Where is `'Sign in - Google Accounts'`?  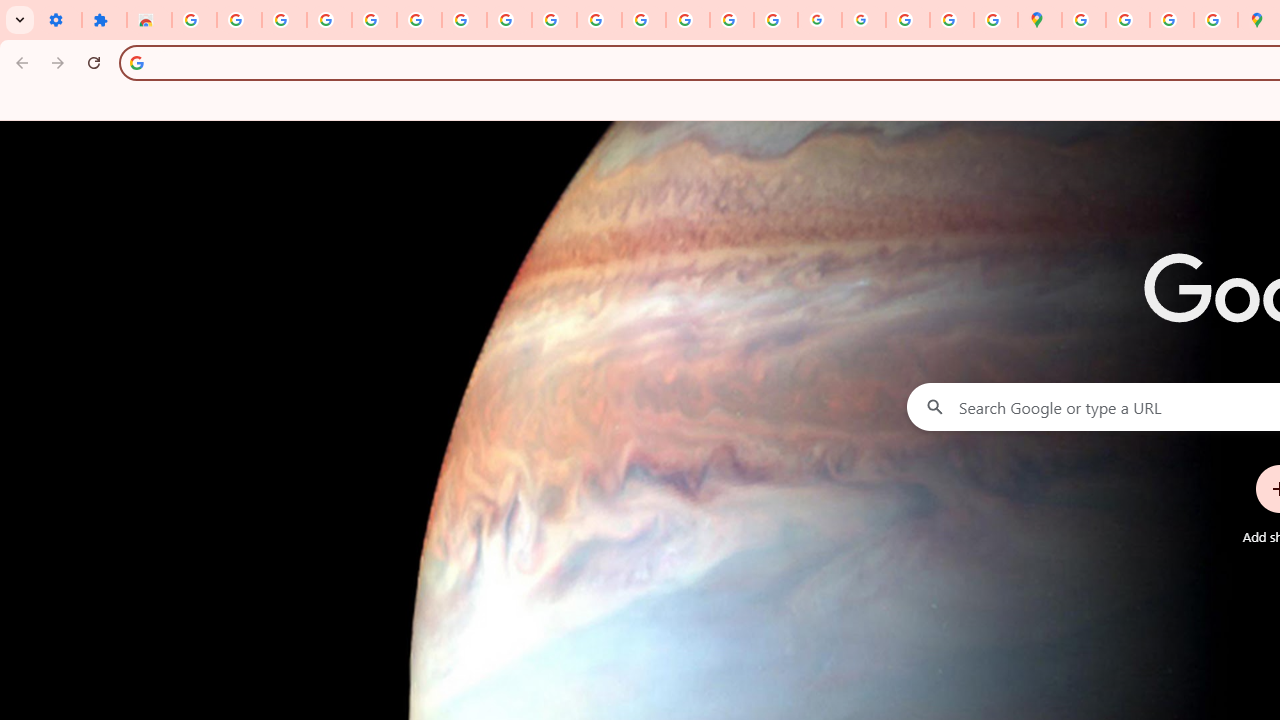
'Sign in - Google Accounts' is located at coordinates (194, 20).